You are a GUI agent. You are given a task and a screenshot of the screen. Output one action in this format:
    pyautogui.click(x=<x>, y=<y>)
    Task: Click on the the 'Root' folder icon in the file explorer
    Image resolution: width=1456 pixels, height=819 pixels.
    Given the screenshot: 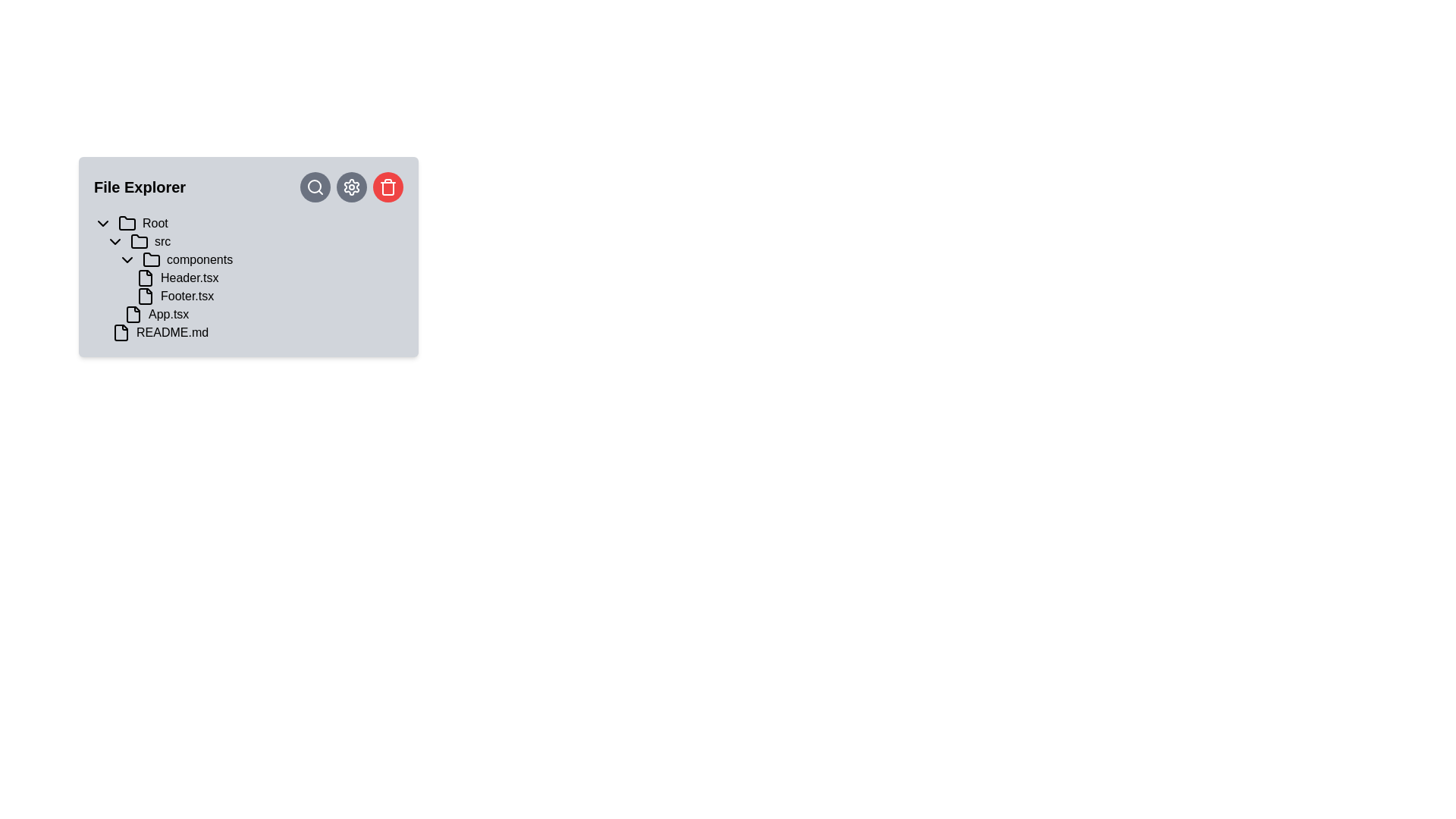 What is the action you would take?
    pyautogui.click(x=127, y=222)
    